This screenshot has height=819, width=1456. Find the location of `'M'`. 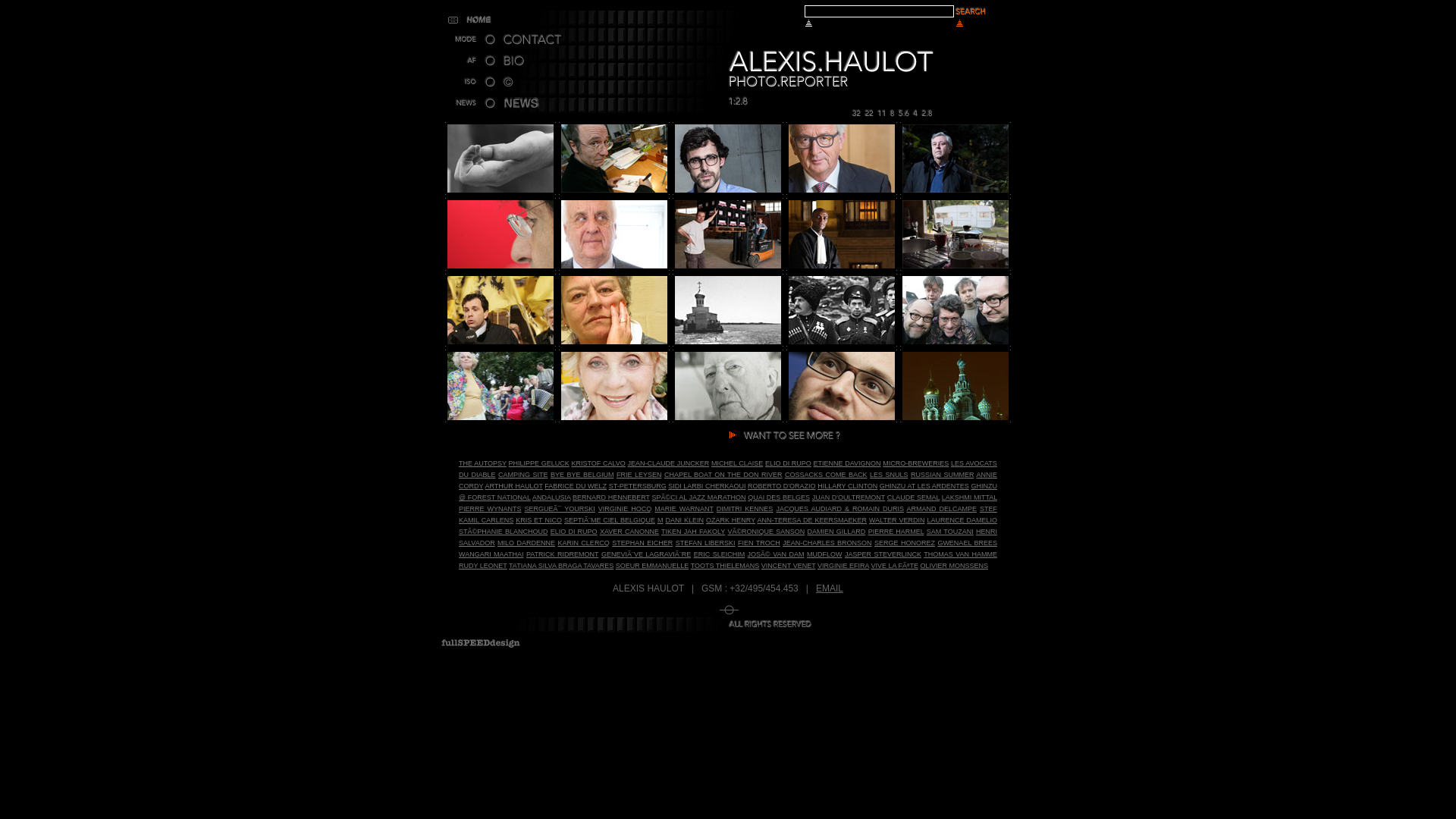

'M' is located at coordinates (660, 519).